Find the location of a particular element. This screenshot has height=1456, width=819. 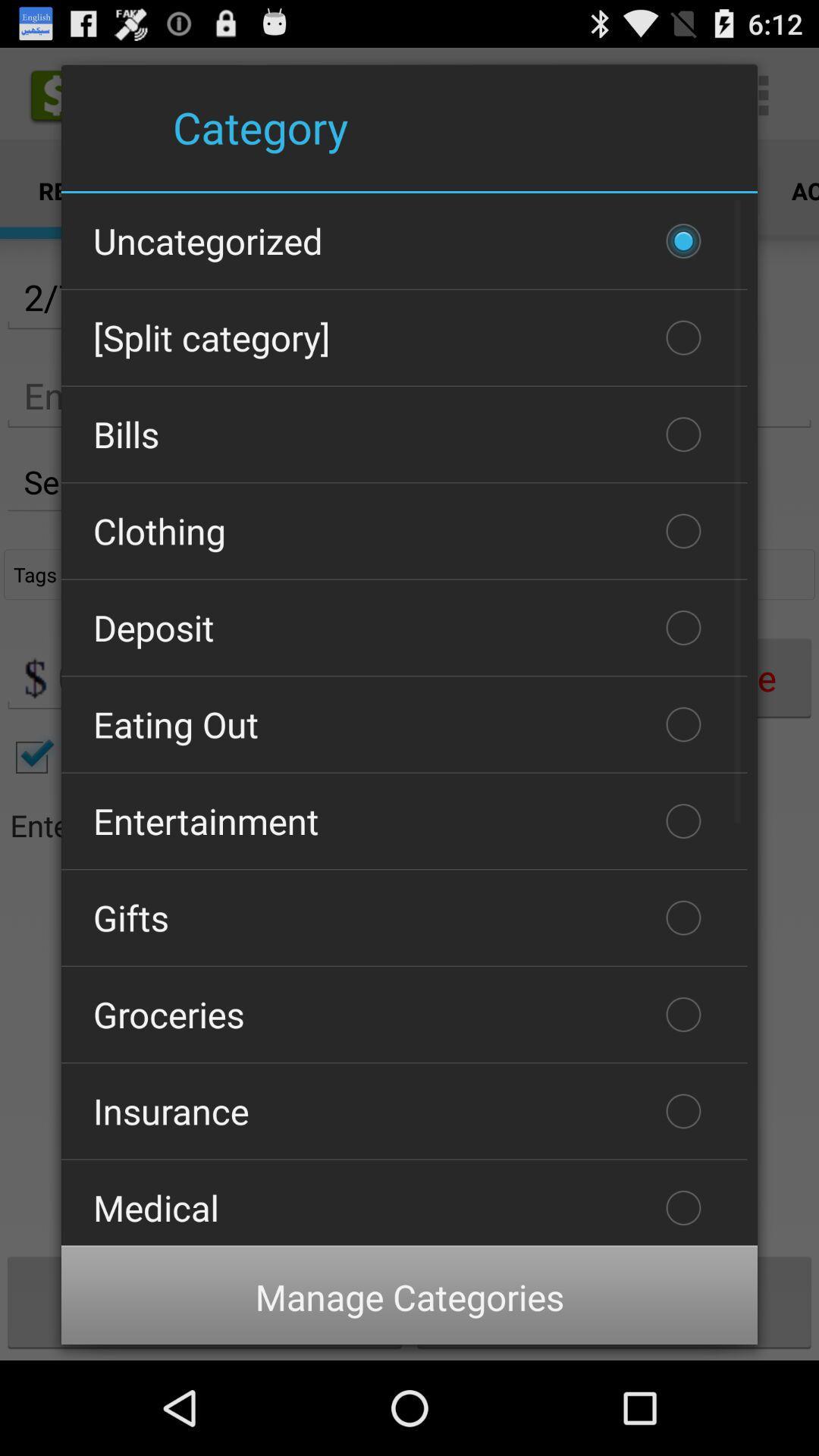

gifts item is located at coordinates (403, 917).